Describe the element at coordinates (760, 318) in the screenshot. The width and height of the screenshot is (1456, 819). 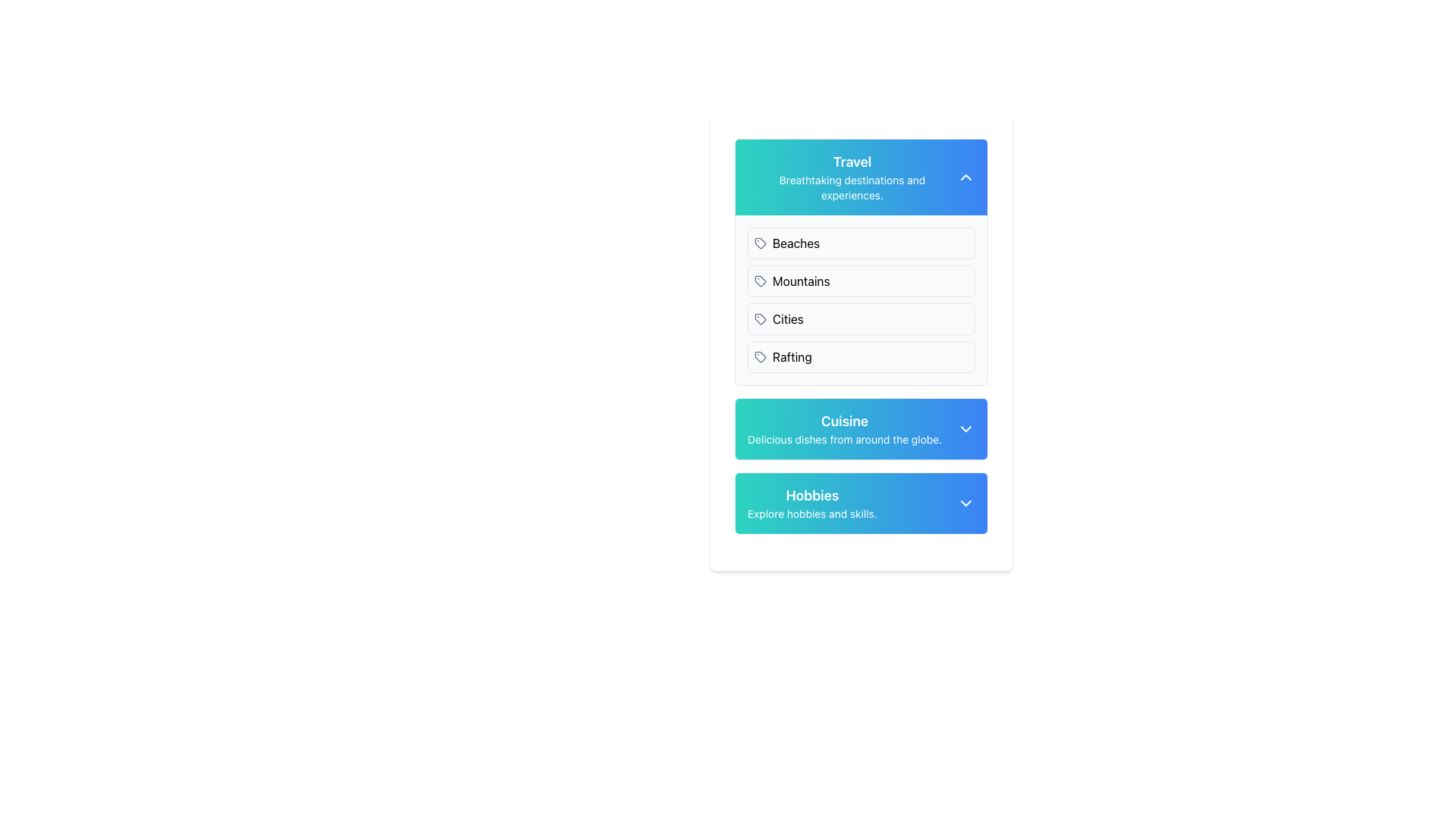
I see `the small tag icon adjacent to the text labeled 'Cities' in the list of categories under 'Travel'` at that location.